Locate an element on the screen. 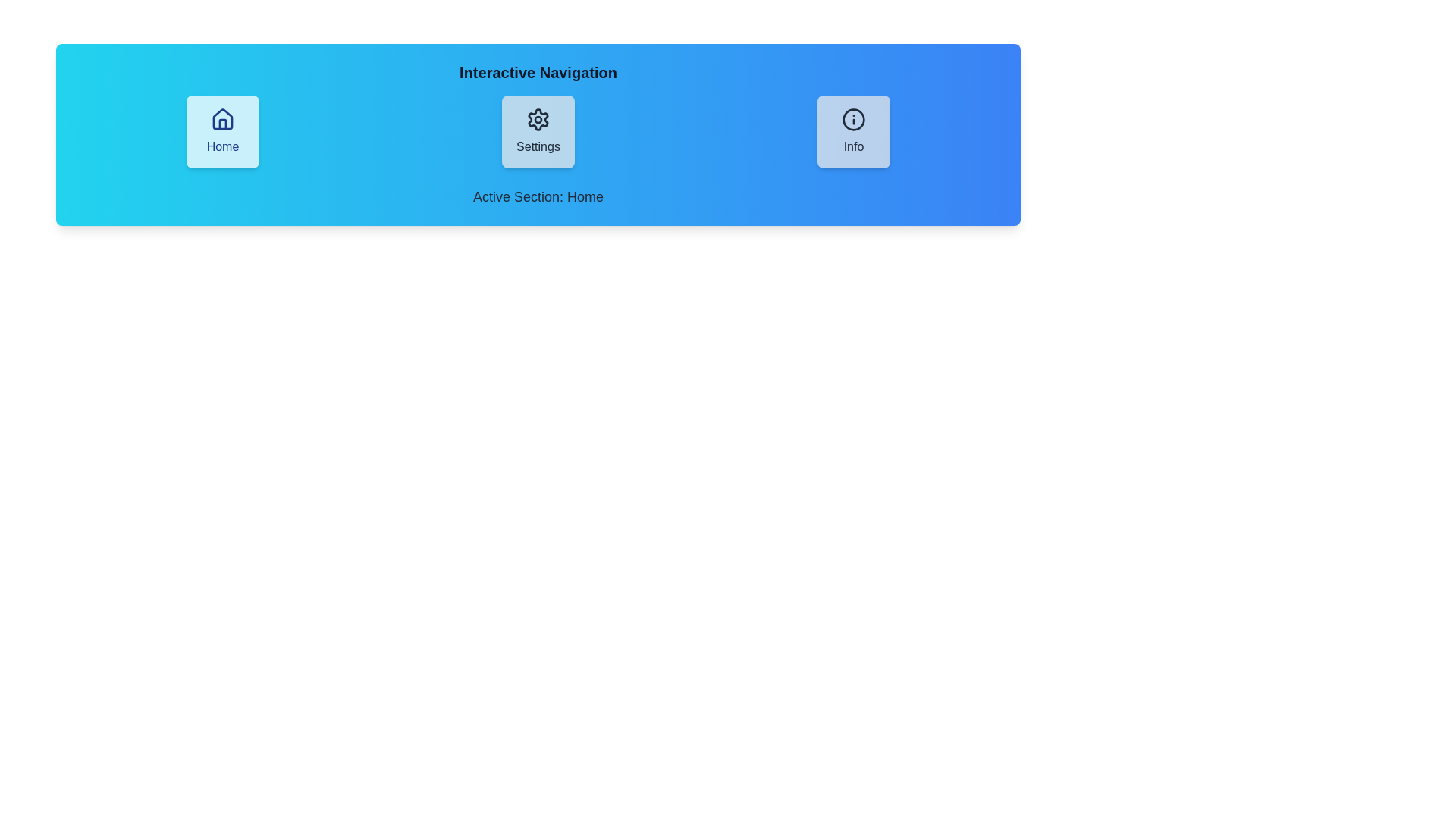 This screenshot has width=1456, height=819. the Settings button to navigate to the corresponding view is located at coordinates (538, 130).